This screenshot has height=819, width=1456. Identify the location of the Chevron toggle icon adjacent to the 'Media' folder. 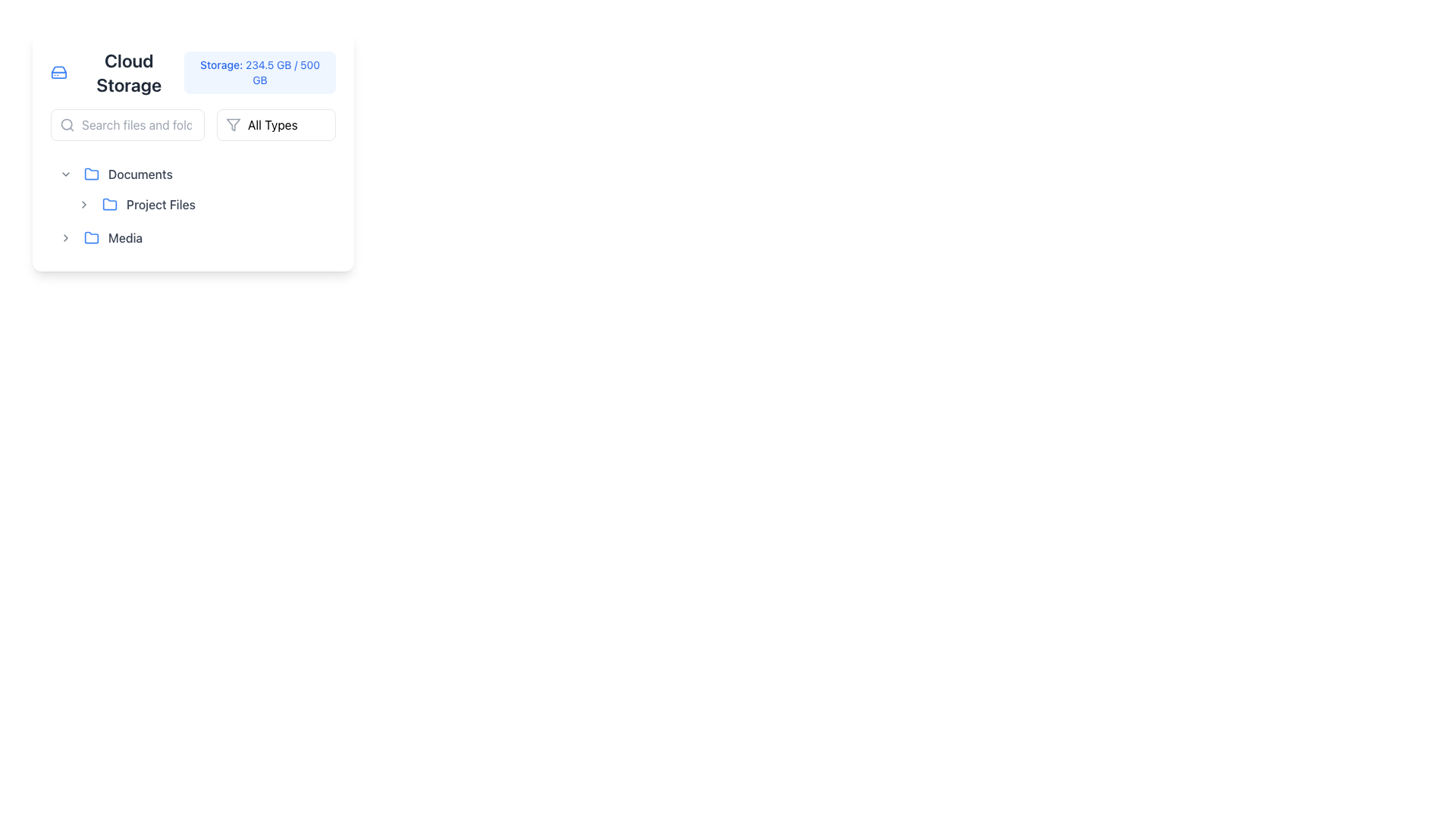
(64, 237).